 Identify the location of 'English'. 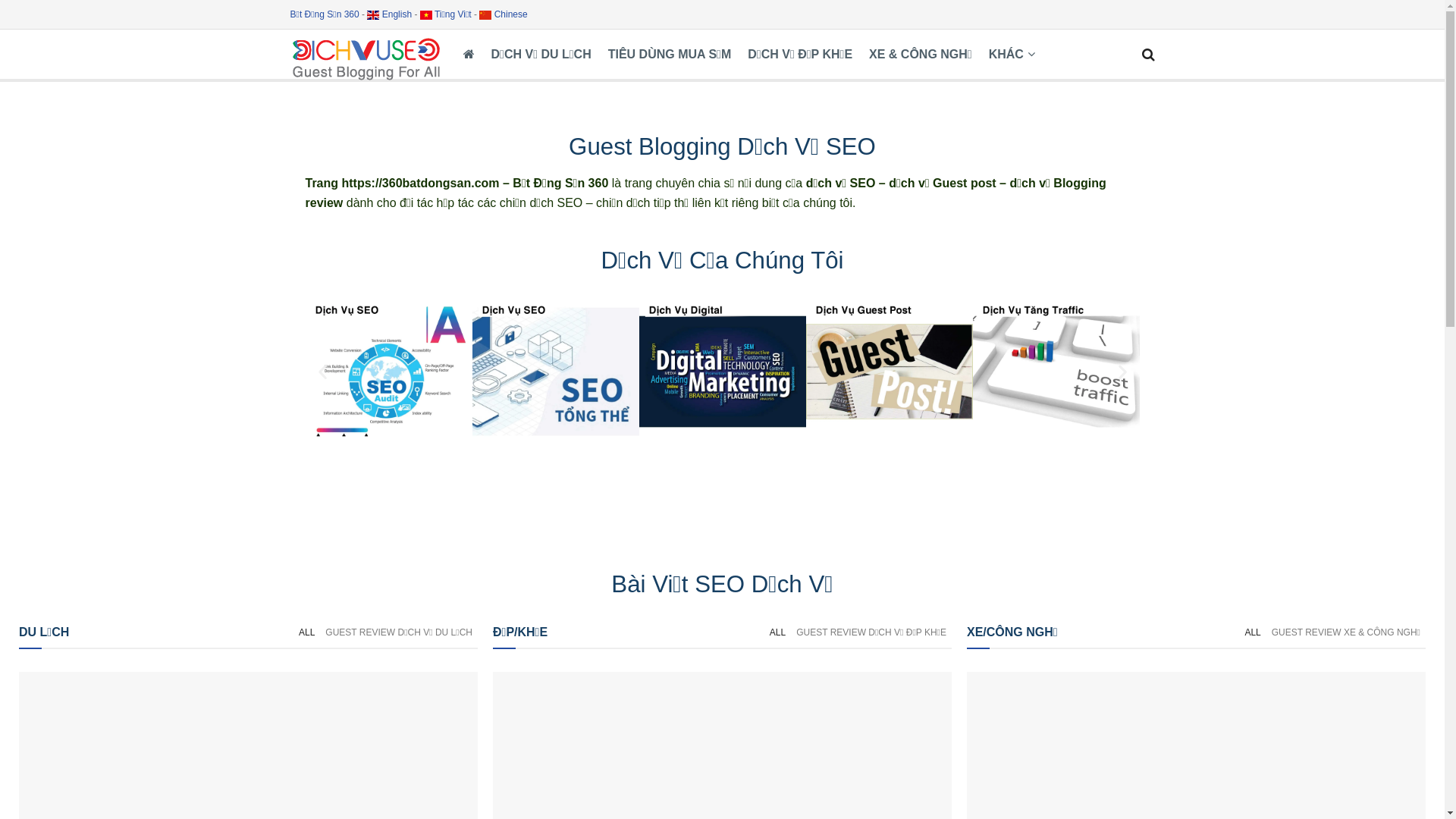
(389, 14).